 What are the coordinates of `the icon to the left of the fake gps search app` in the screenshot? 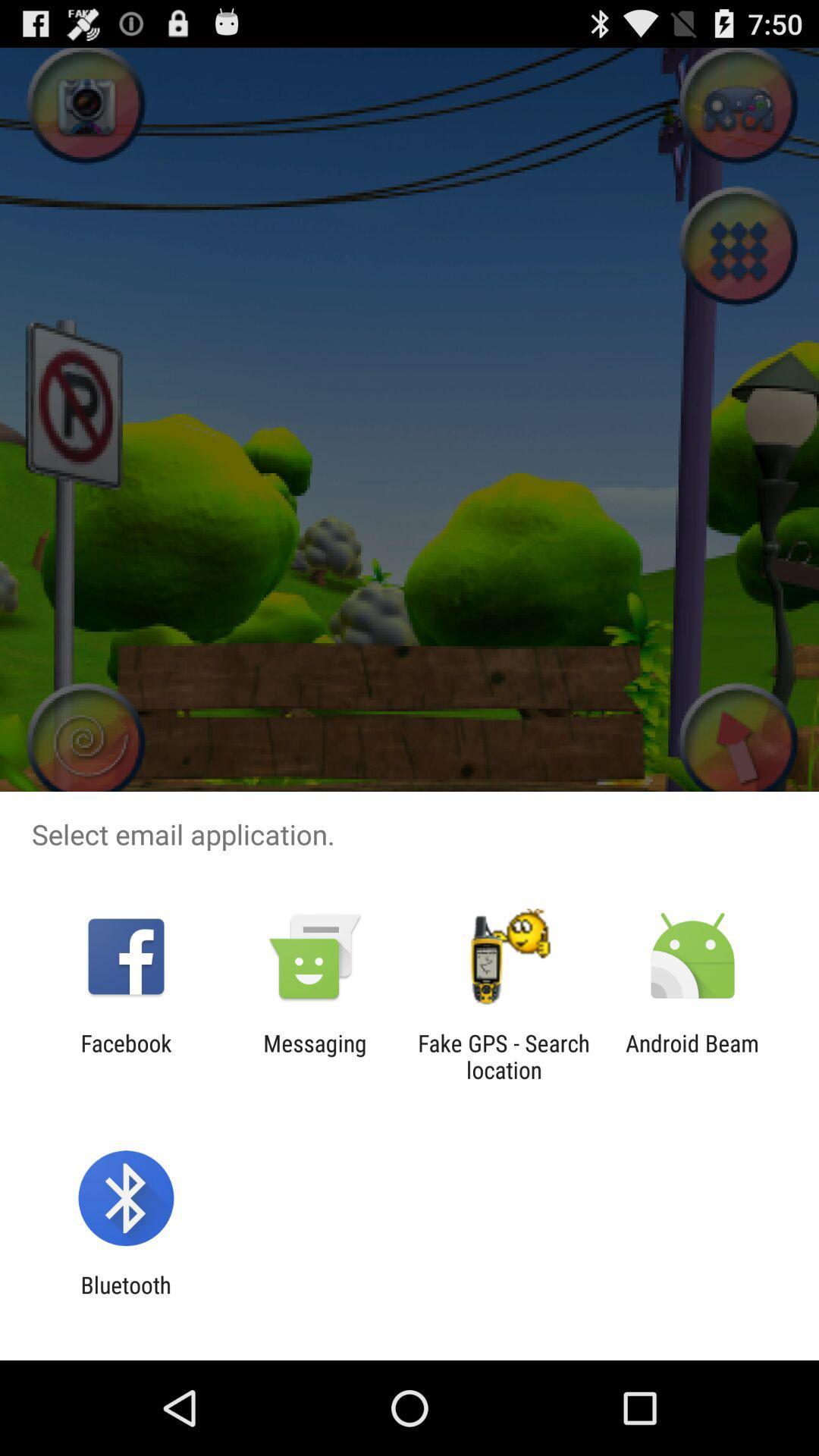 It's located at (314, 1056).